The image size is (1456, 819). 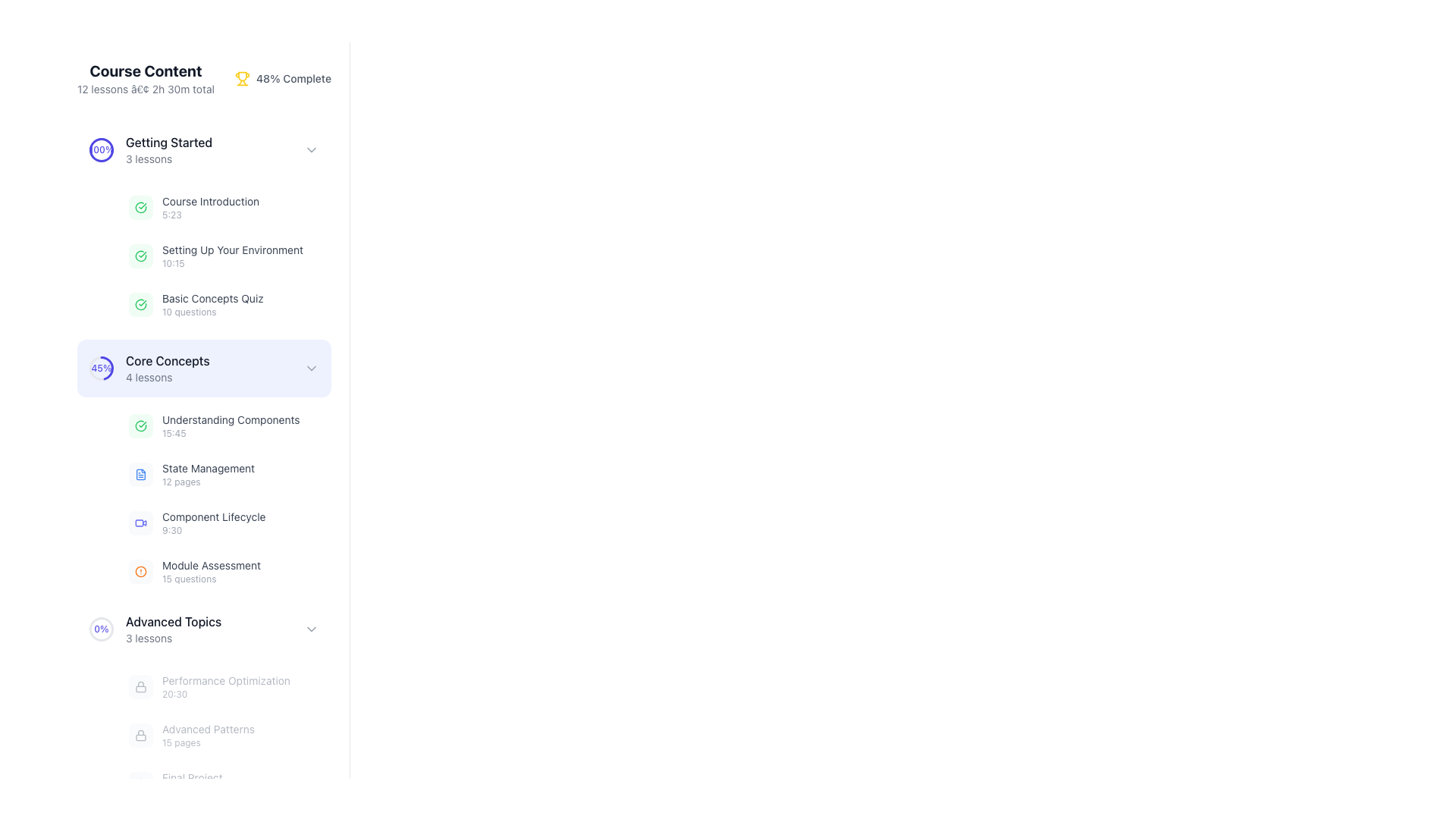 What do you see at coordinates (141, 426) in the screenshot?
I see `the green circular icon with a checkmark inside, indicating a successful status for the lesson 'Understanding Components' in the 'Core Concepts' section` at bounding box center [141, 426].